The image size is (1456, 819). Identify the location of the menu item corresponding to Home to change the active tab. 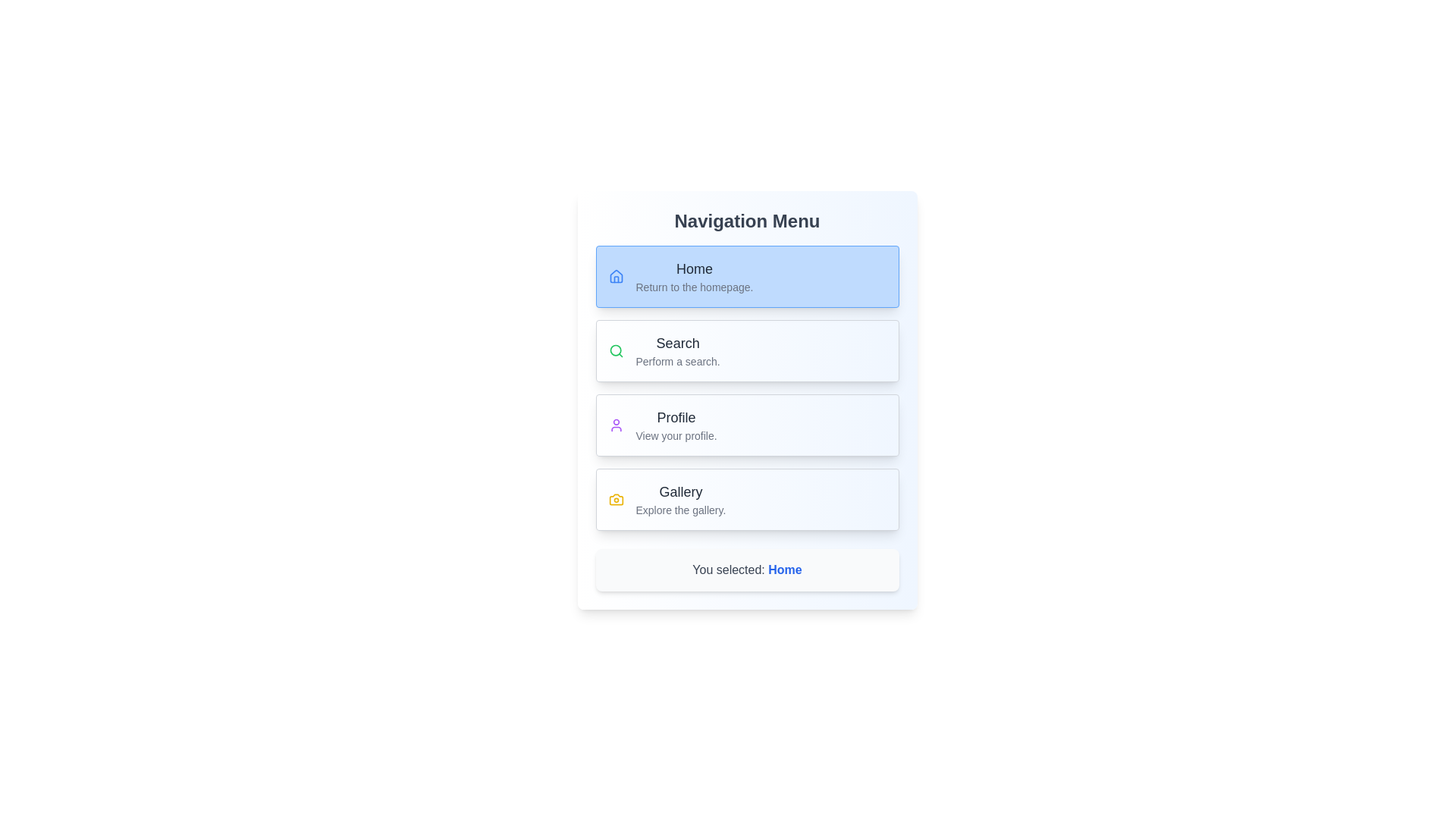
(747, 277).